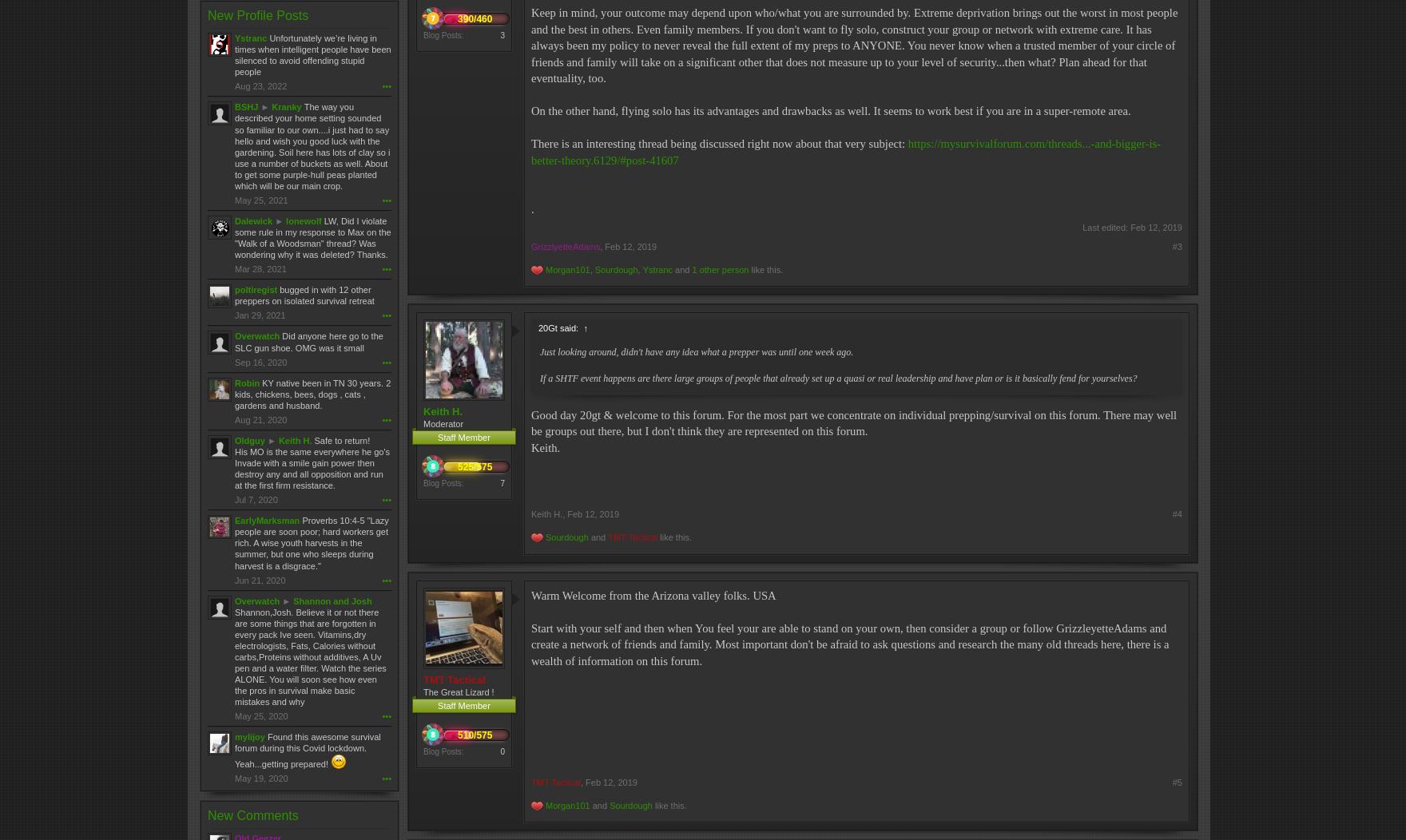 The width and height of the screenshot is (1406, 840). Describe the element at coordinates (530, 45) in the screenshot. I see `'Keep in mind, your outcome may depend upon who/what you are surrounded by. Extreme deprivation brings out the worst in most people and the best in others. Even family members. If you don't want to fly solo, construct your group or network with extreme care. It has always been my policy to never reveal the full extent of my preps to ANYONE.  You never know when a trusted member of your circle of  friends and family will take on a significant other that does not measure up to your level of security...then what? Plan ahead for that eventuality, too.'` at that location.